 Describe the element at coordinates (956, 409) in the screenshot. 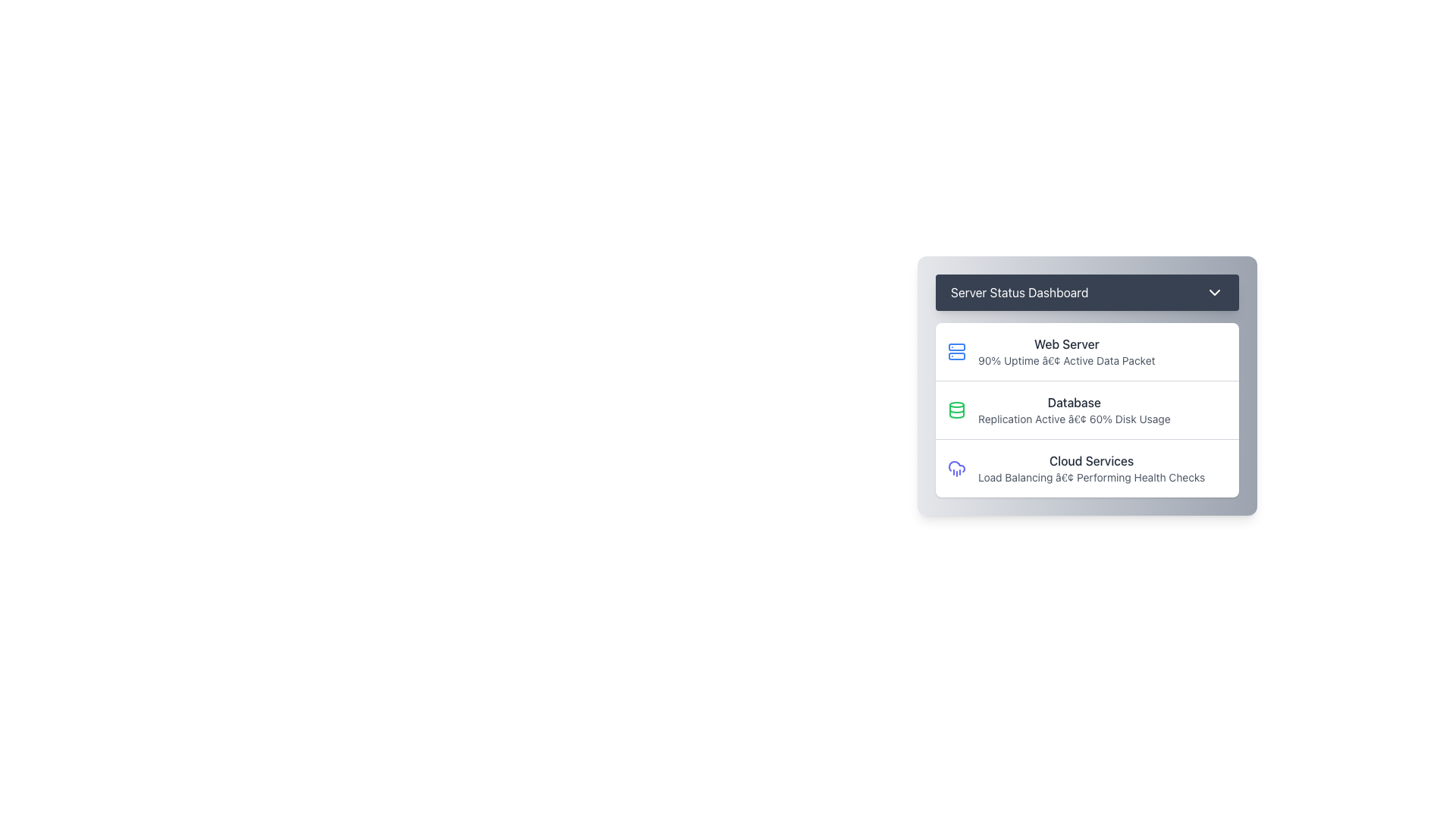

I see `the visual indicator icon for the database section located in the 'Database' card of the 'Server Status Dashboard'` at that location.